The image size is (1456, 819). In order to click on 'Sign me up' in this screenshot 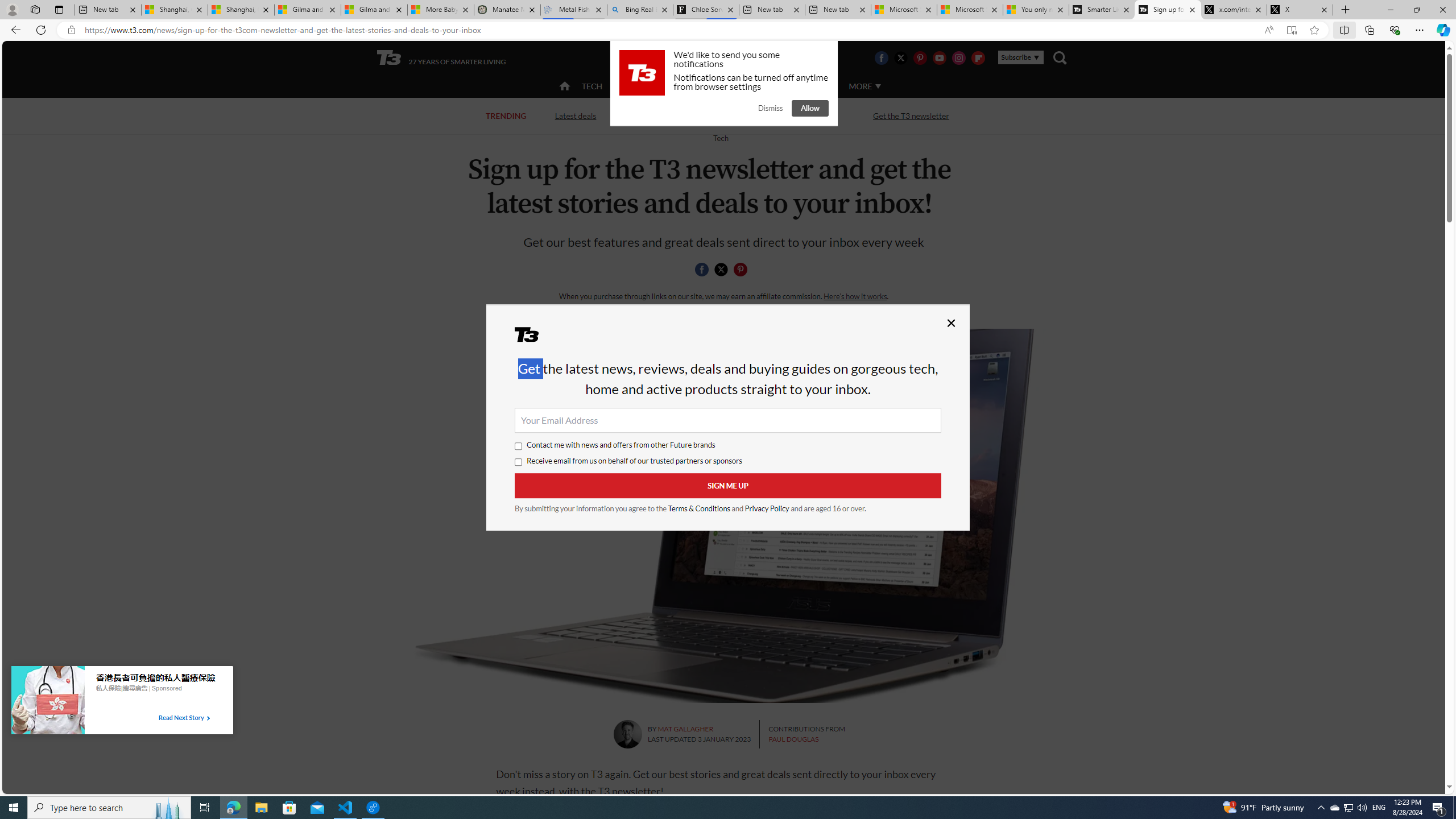, I will do `click(728, 486)`.